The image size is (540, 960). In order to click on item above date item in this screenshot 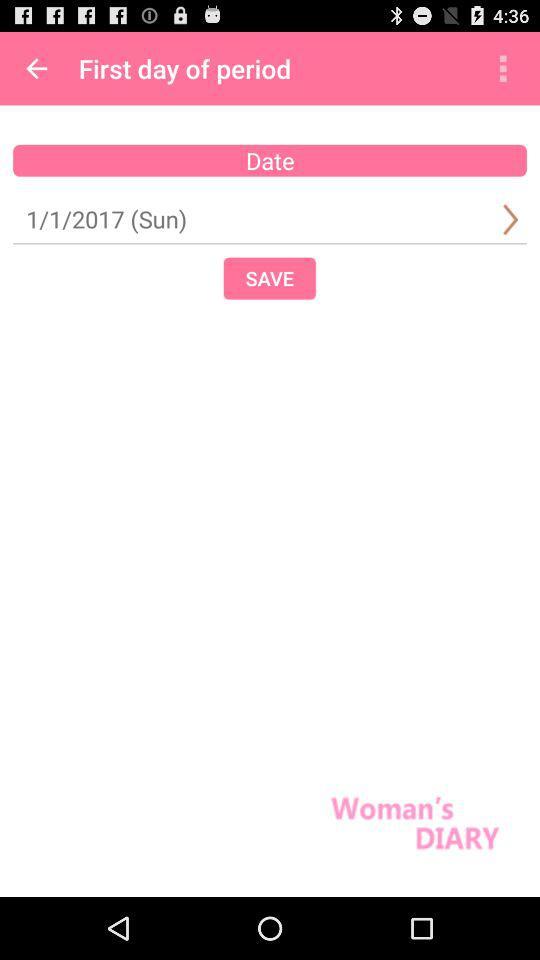, I will do `click(502, 68)`.